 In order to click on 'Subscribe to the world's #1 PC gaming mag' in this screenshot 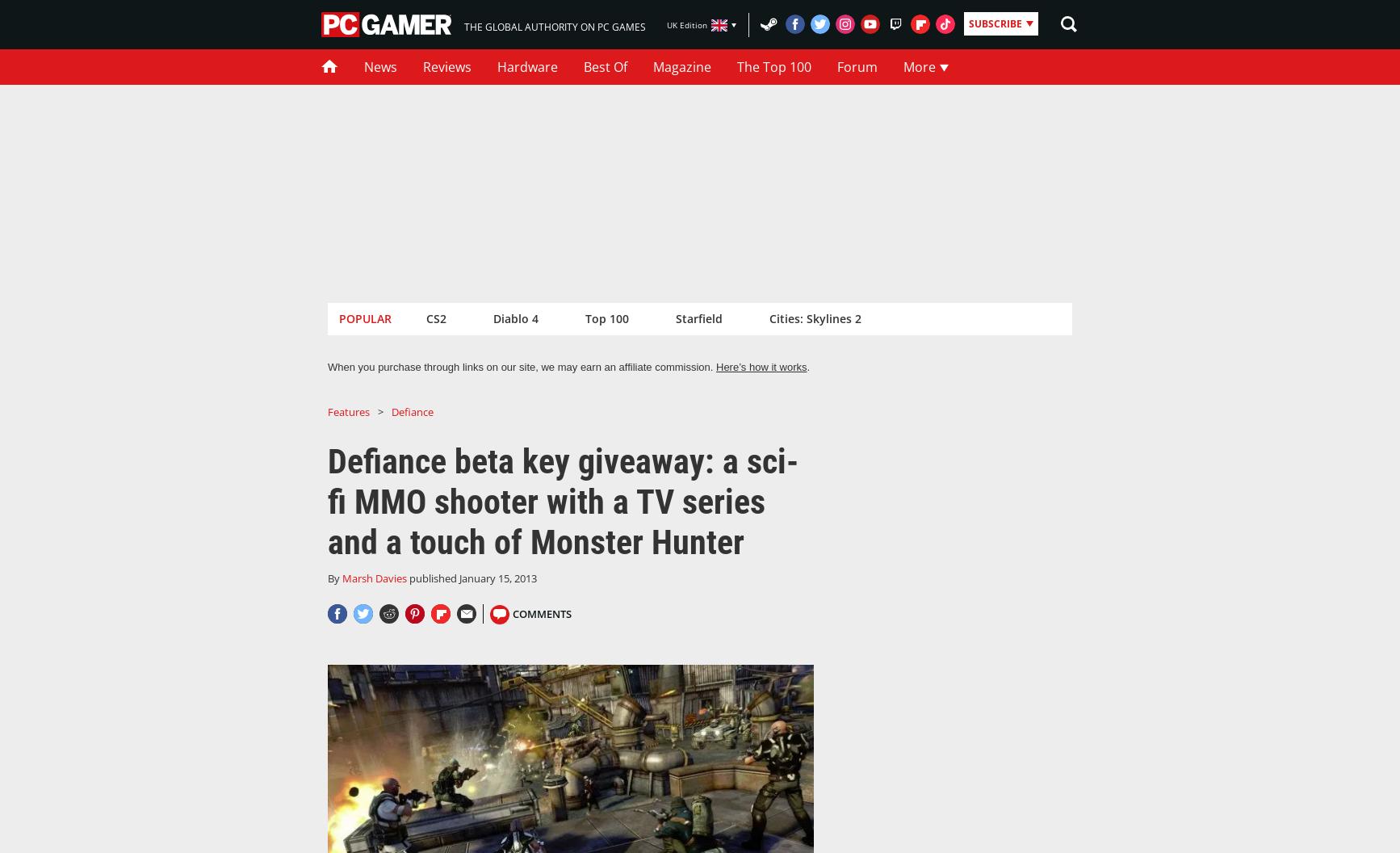, I will do `click(661, 182)`.